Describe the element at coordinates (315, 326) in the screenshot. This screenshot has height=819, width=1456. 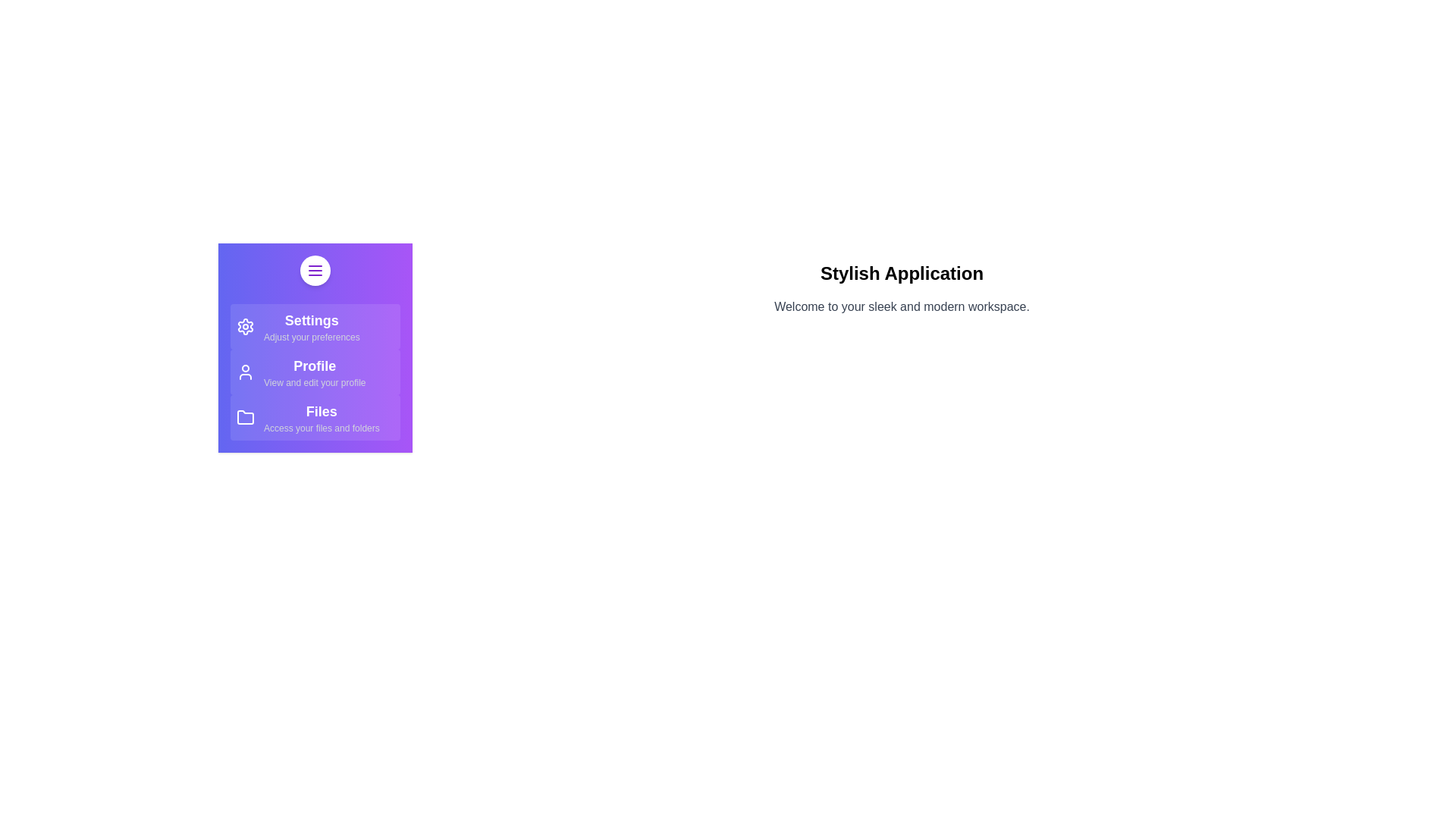
I see `the 'Settings' item in the drawer menu` at that location.